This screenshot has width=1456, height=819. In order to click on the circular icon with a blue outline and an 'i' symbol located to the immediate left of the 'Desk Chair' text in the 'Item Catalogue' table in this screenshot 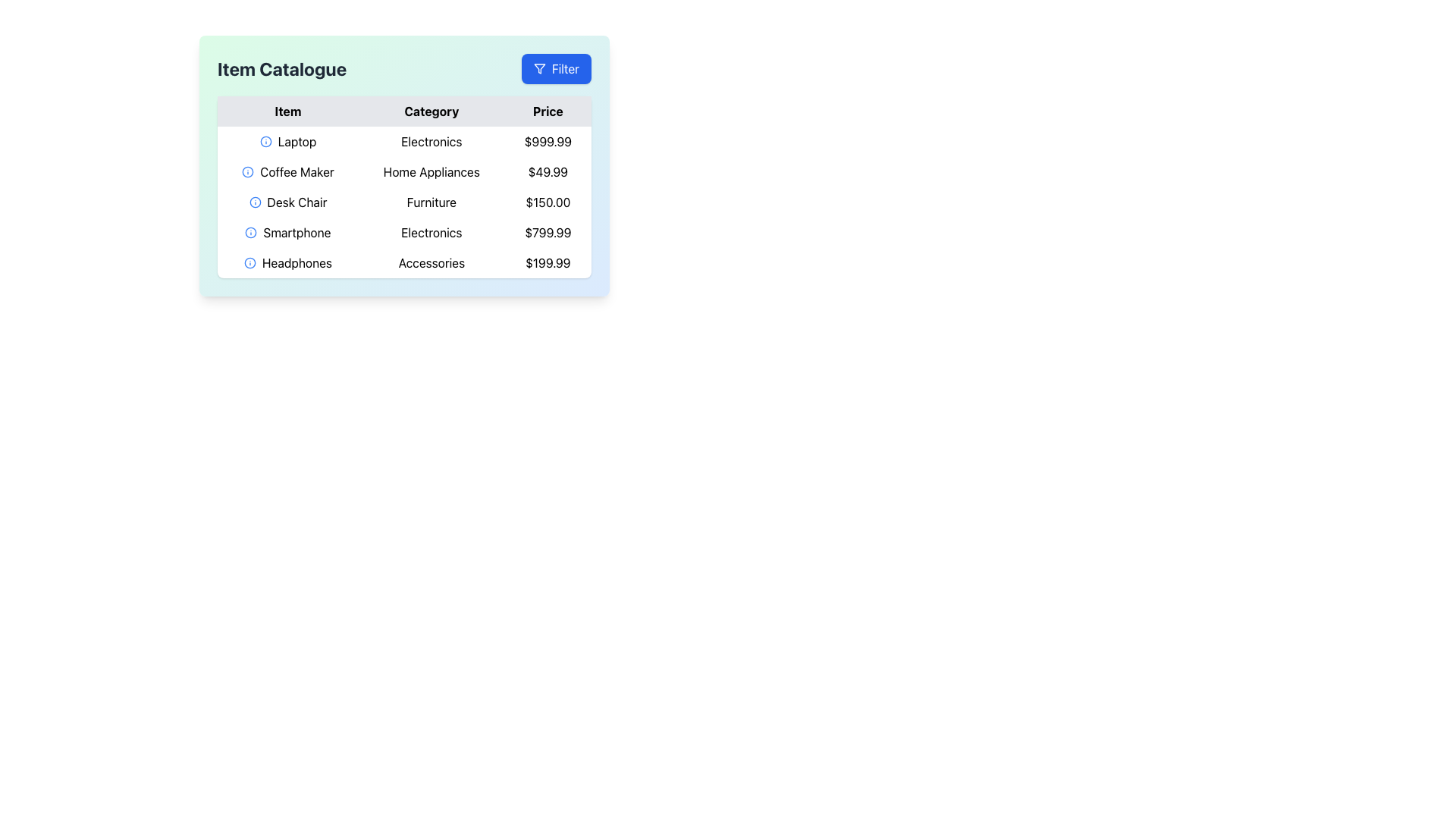, I will do `click(255, 201)`.